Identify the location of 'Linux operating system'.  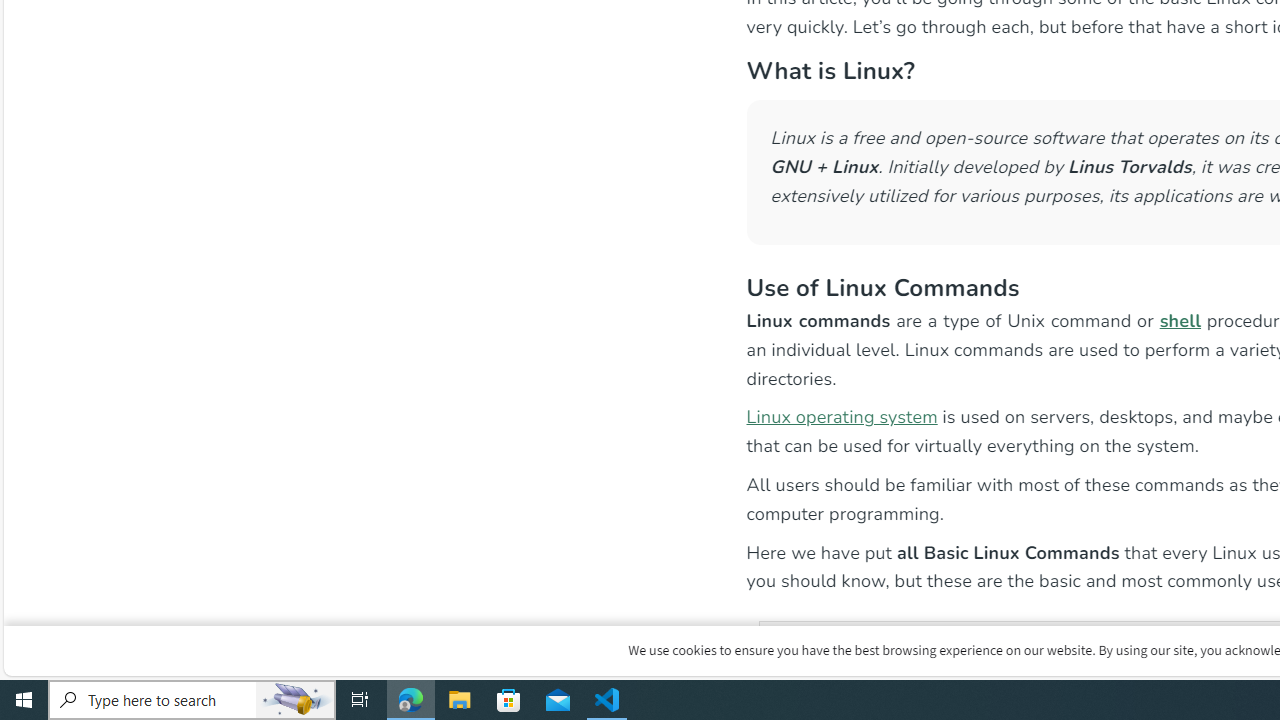
(842, 416).